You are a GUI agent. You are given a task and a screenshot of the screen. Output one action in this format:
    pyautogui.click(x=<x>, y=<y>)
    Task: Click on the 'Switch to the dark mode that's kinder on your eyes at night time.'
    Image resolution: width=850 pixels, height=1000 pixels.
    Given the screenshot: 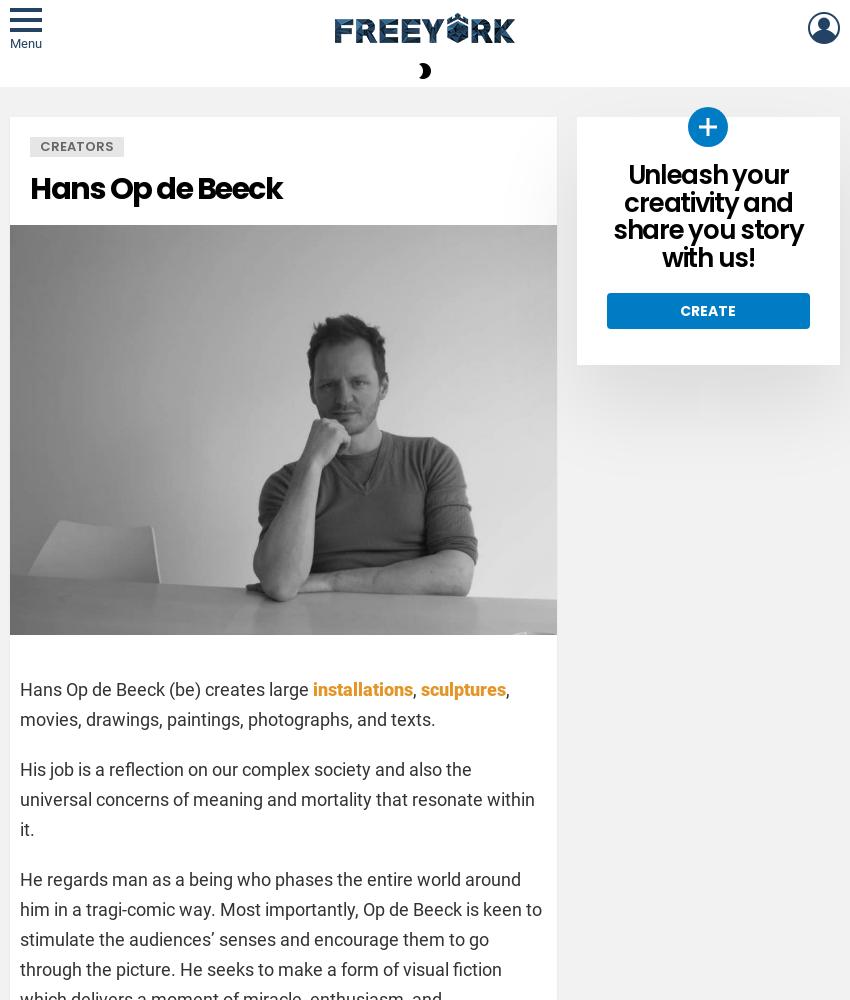 What is the action you would take?
    pyautogui.click(x=621, y=138)
    